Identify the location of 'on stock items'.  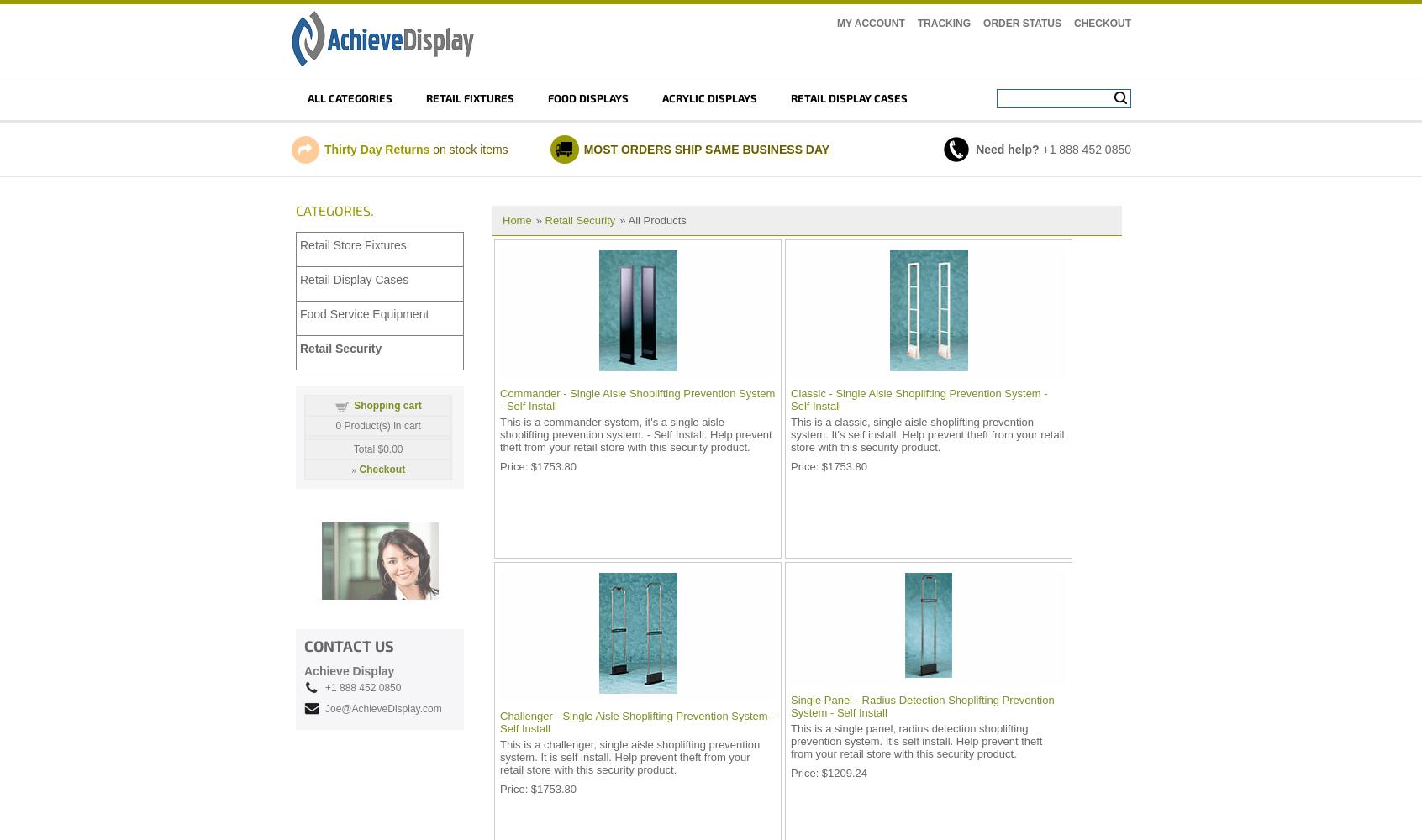
(468, 150).